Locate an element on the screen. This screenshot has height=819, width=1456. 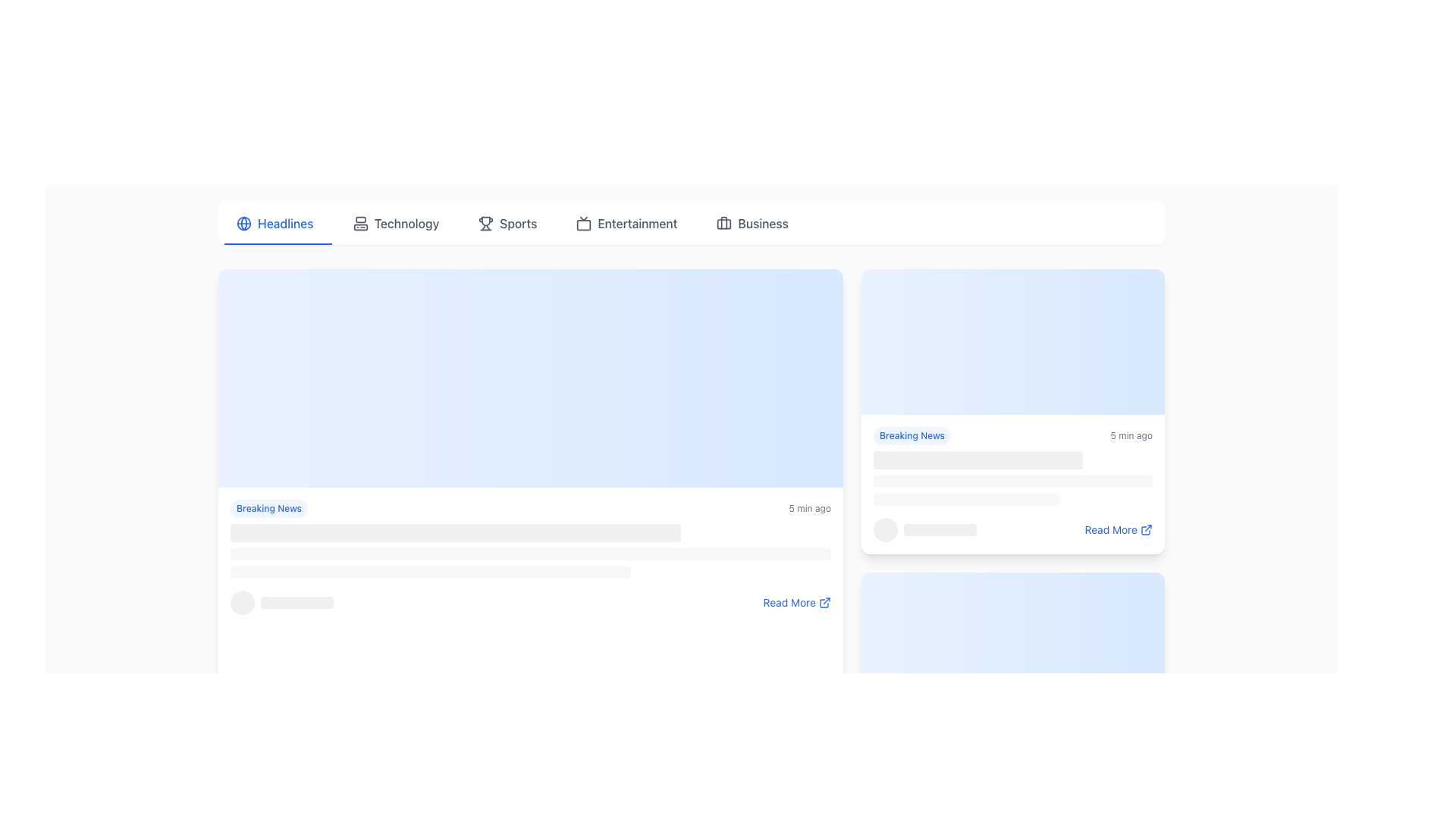
the 'Technology' navigation button located in the top navigation bar, positioned between 'Headlines' and 'Sports' is located at coordinates (396, 223).